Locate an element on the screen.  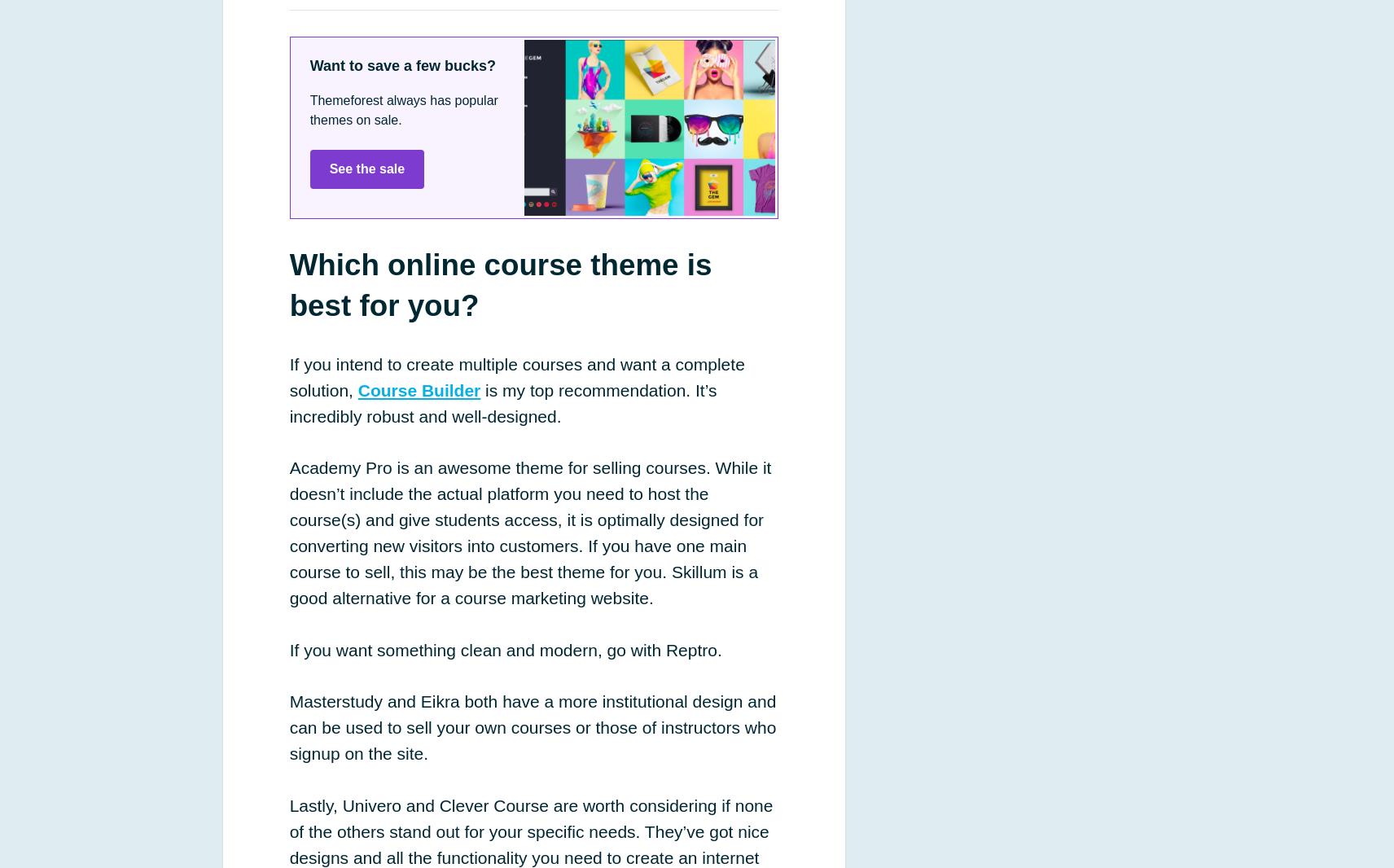
'Themeforest always has popular themes on sale.' is located at coordinates (402, 108).